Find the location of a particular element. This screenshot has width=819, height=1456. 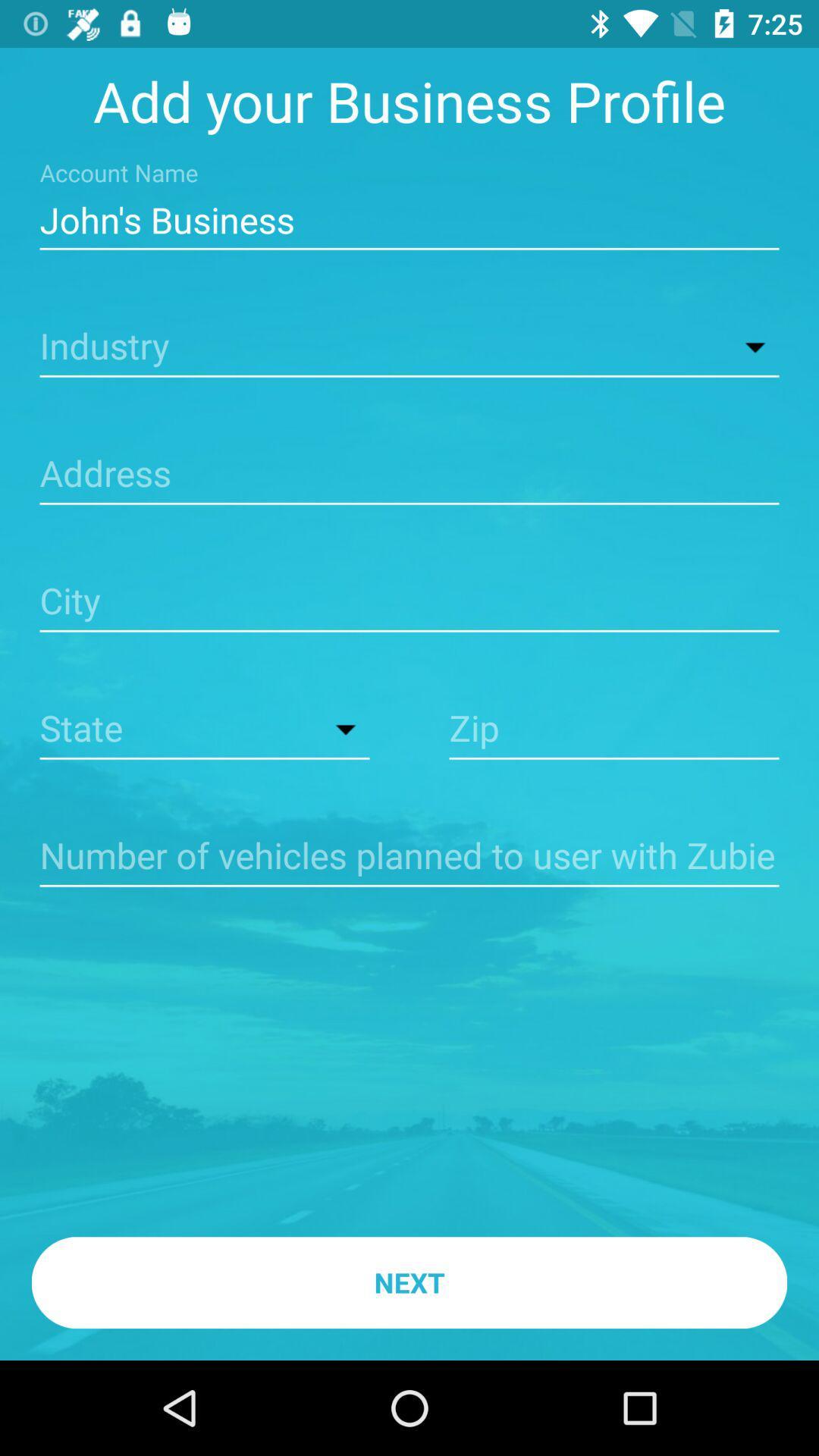

to enter state detail is located at coordinates (205, 730).